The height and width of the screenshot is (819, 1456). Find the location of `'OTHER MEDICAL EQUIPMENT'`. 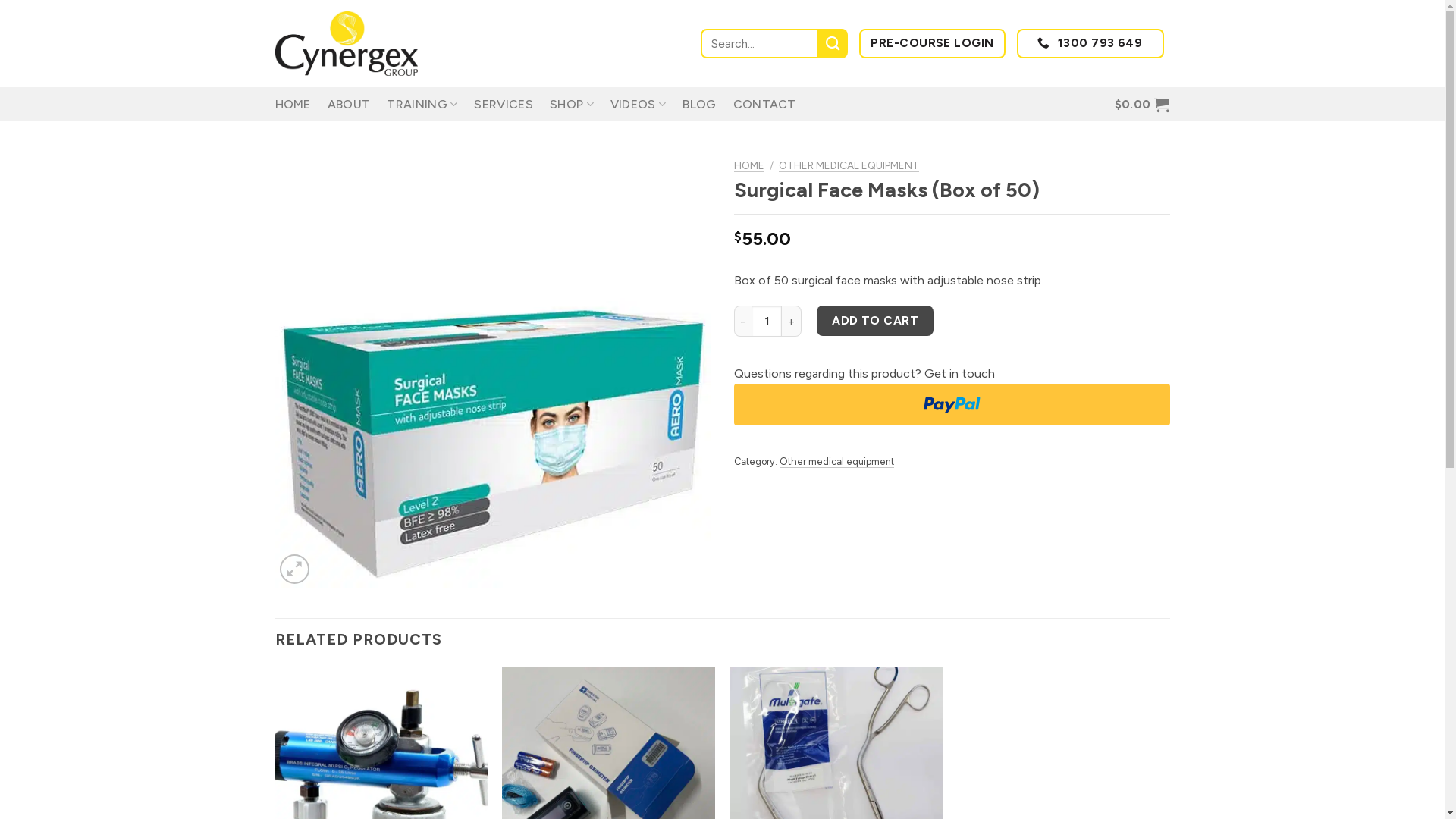

'OTHER MEDICAL EQUIPMENT' is located at coordinates (848, 165).